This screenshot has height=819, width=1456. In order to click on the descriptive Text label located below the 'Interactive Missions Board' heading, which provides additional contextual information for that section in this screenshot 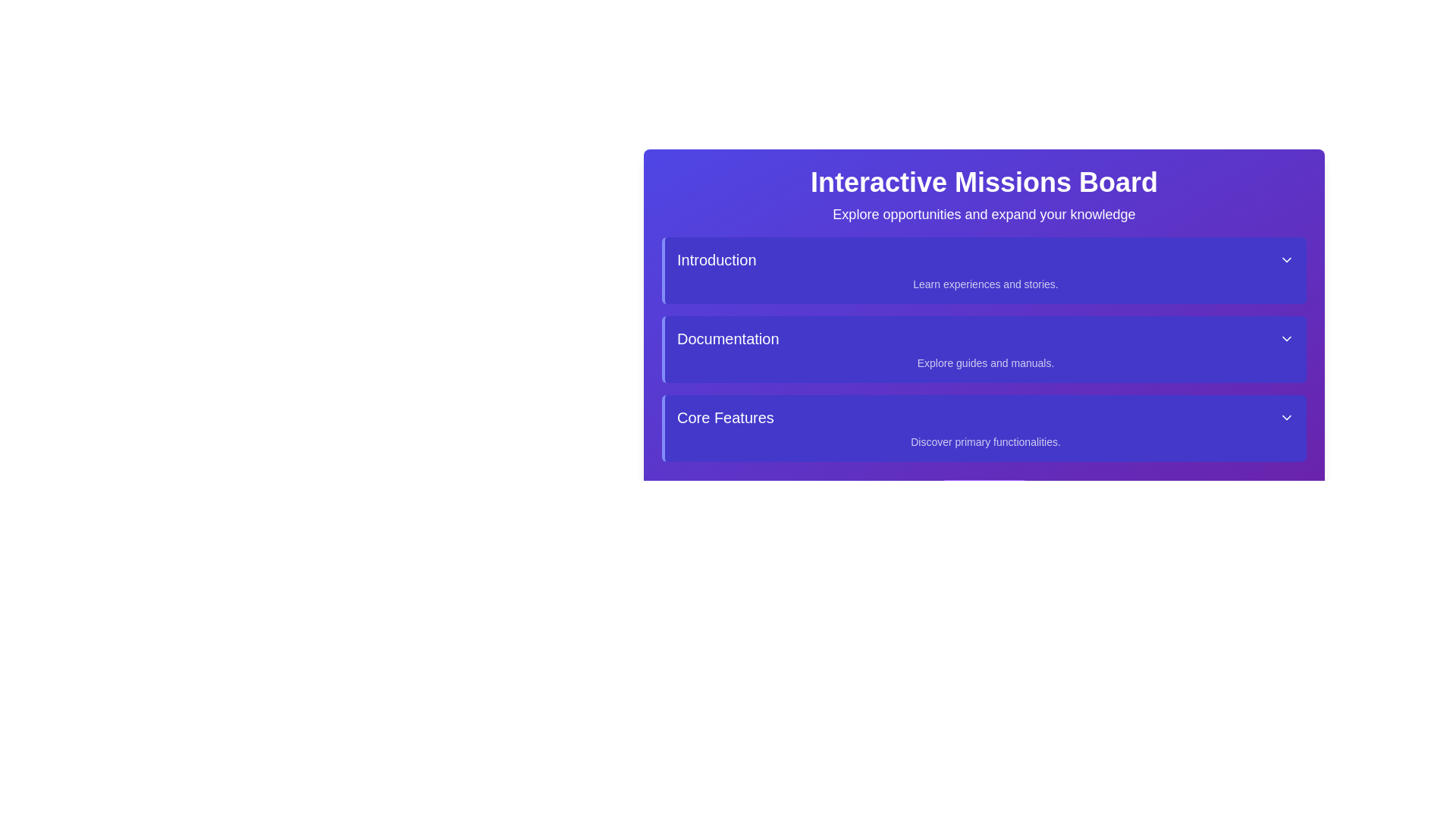, I will do `click(984, 214)`.